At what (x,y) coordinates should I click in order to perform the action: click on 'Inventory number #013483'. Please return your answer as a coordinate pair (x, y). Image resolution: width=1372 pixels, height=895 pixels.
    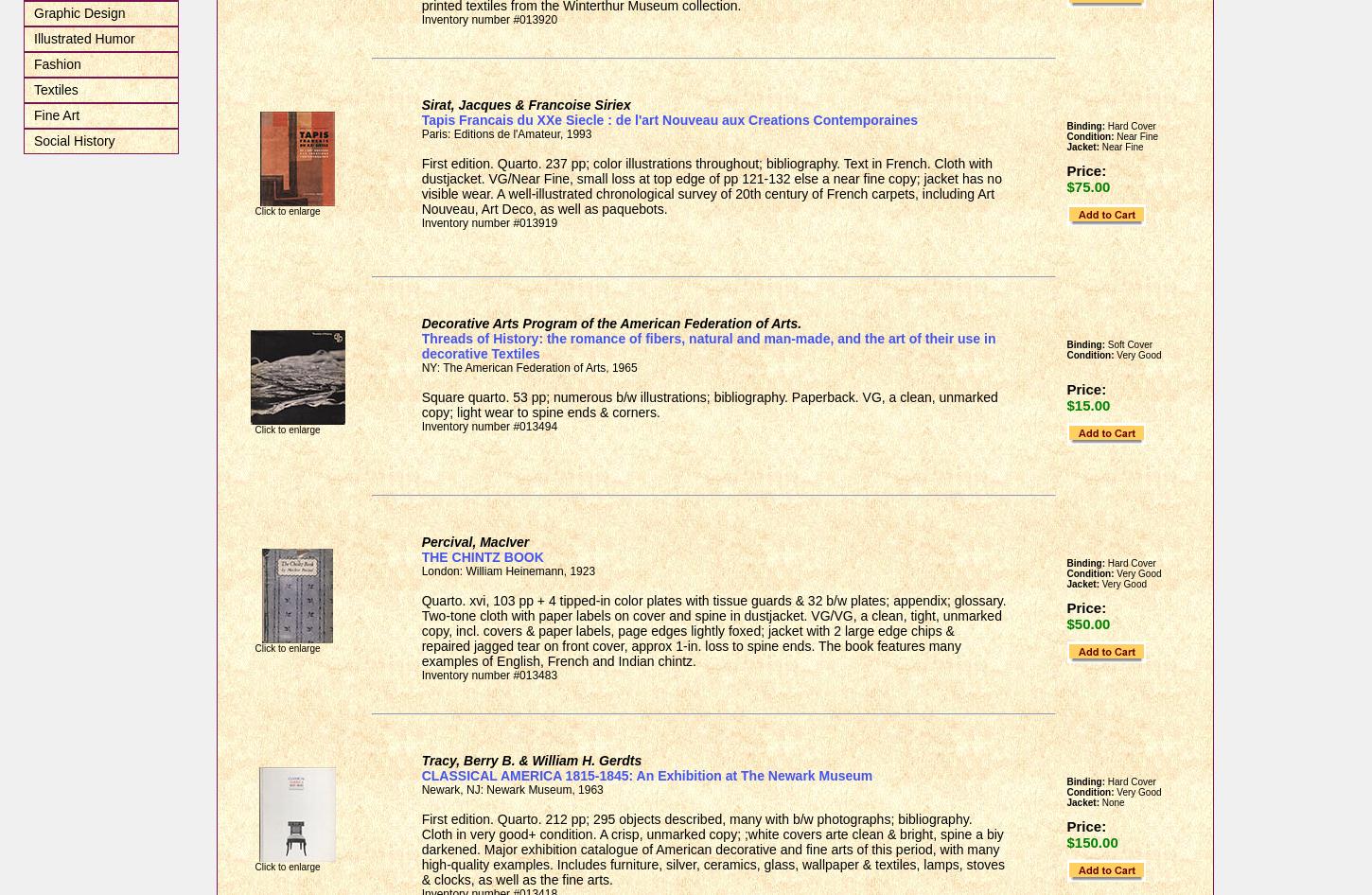
    Looking at the image, I should click on (489, 675).